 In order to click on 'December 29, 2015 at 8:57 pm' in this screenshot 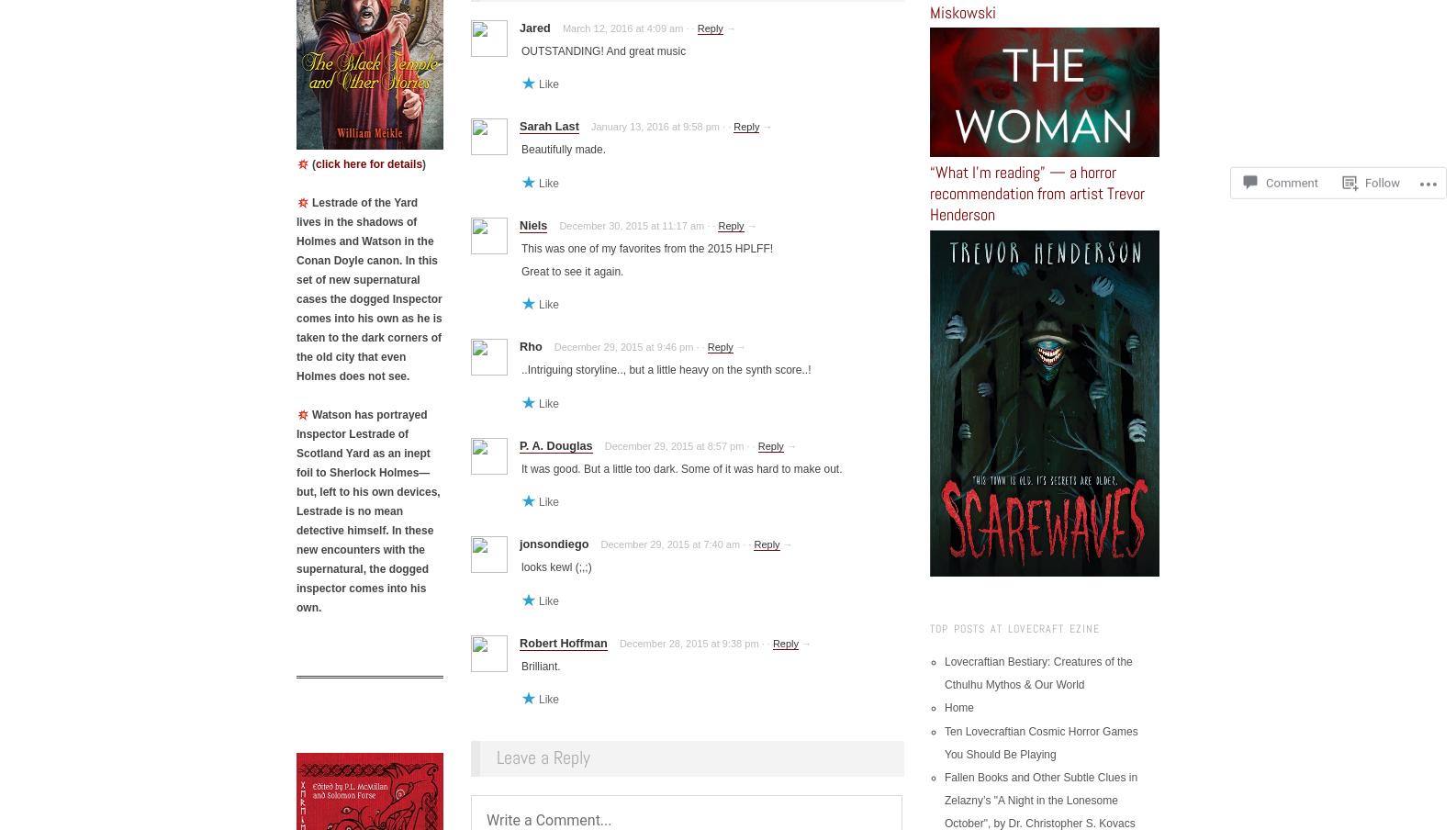, I will do `click(673, 443)`.